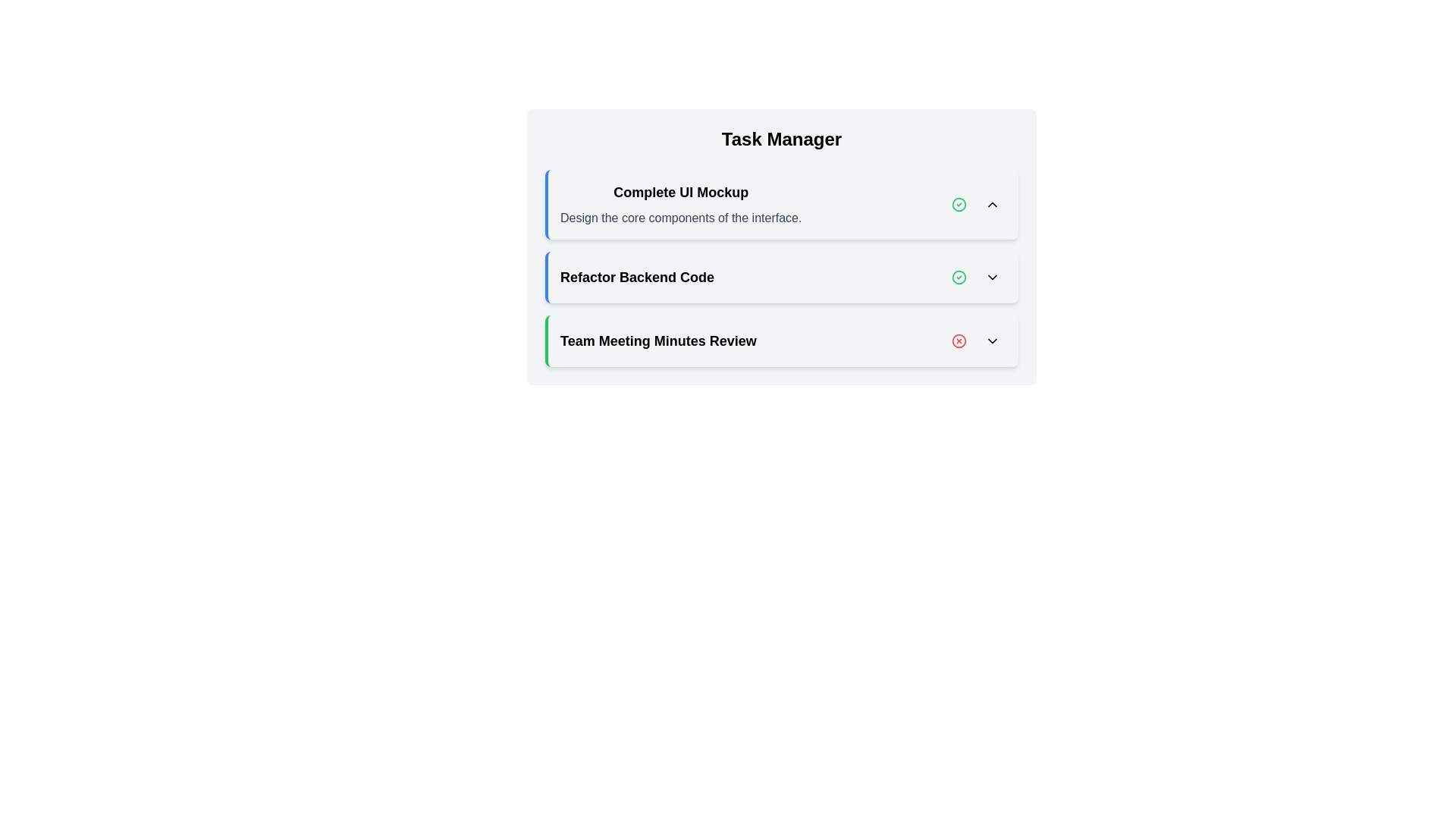  Describe the element at coordinates (637, 278) in the screenshot. I see `the text label displaying 'Refactor Backend Code' which is part of a task list interface, positioned between 'Complete UI Mockup' and 'Team Meeting Minutes Review'` at that location.